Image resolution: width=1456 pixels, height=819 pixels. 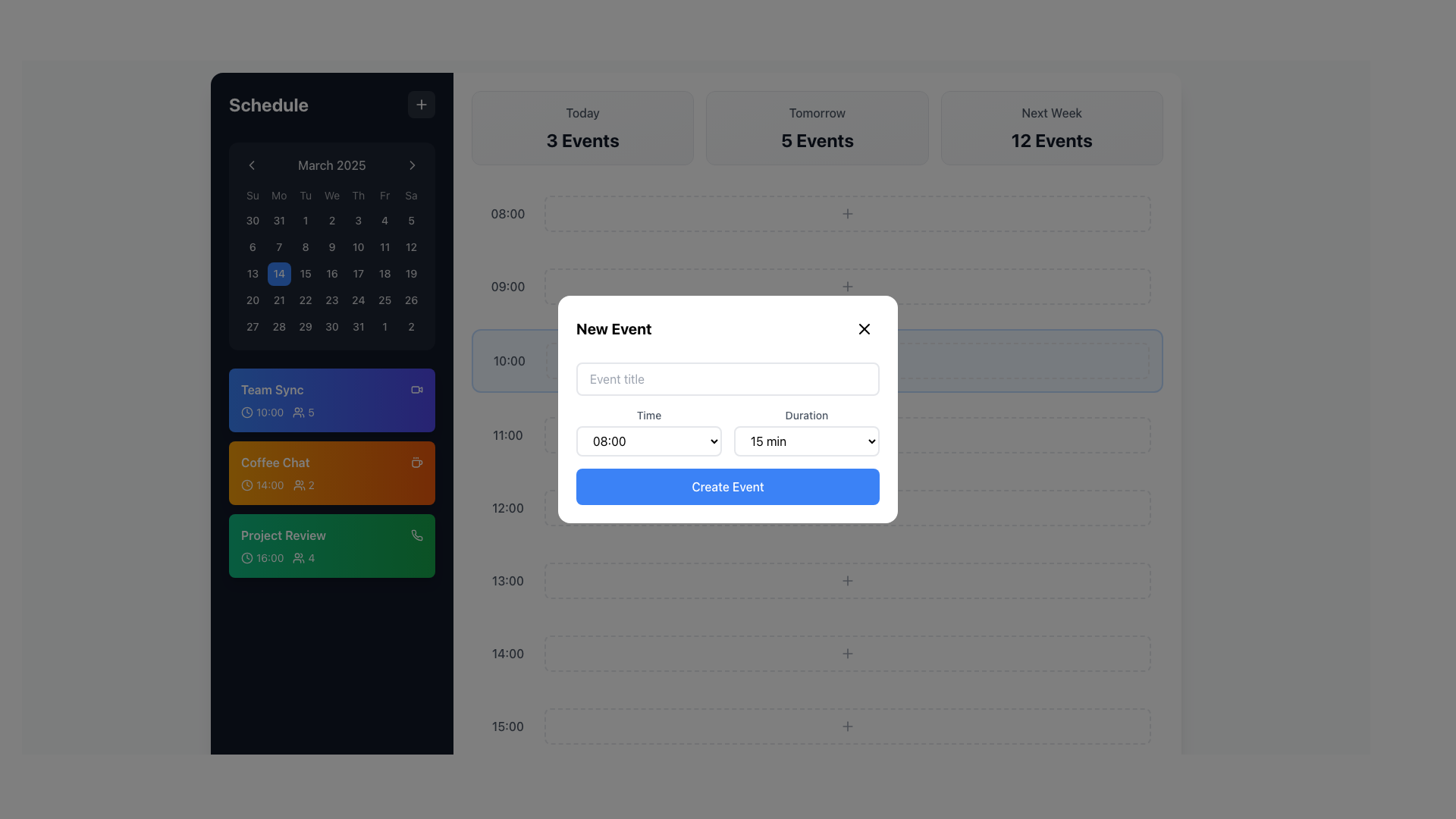 I want to click on the rounded square button with the number '28' in a light font, located, so click(x=279, y=325).